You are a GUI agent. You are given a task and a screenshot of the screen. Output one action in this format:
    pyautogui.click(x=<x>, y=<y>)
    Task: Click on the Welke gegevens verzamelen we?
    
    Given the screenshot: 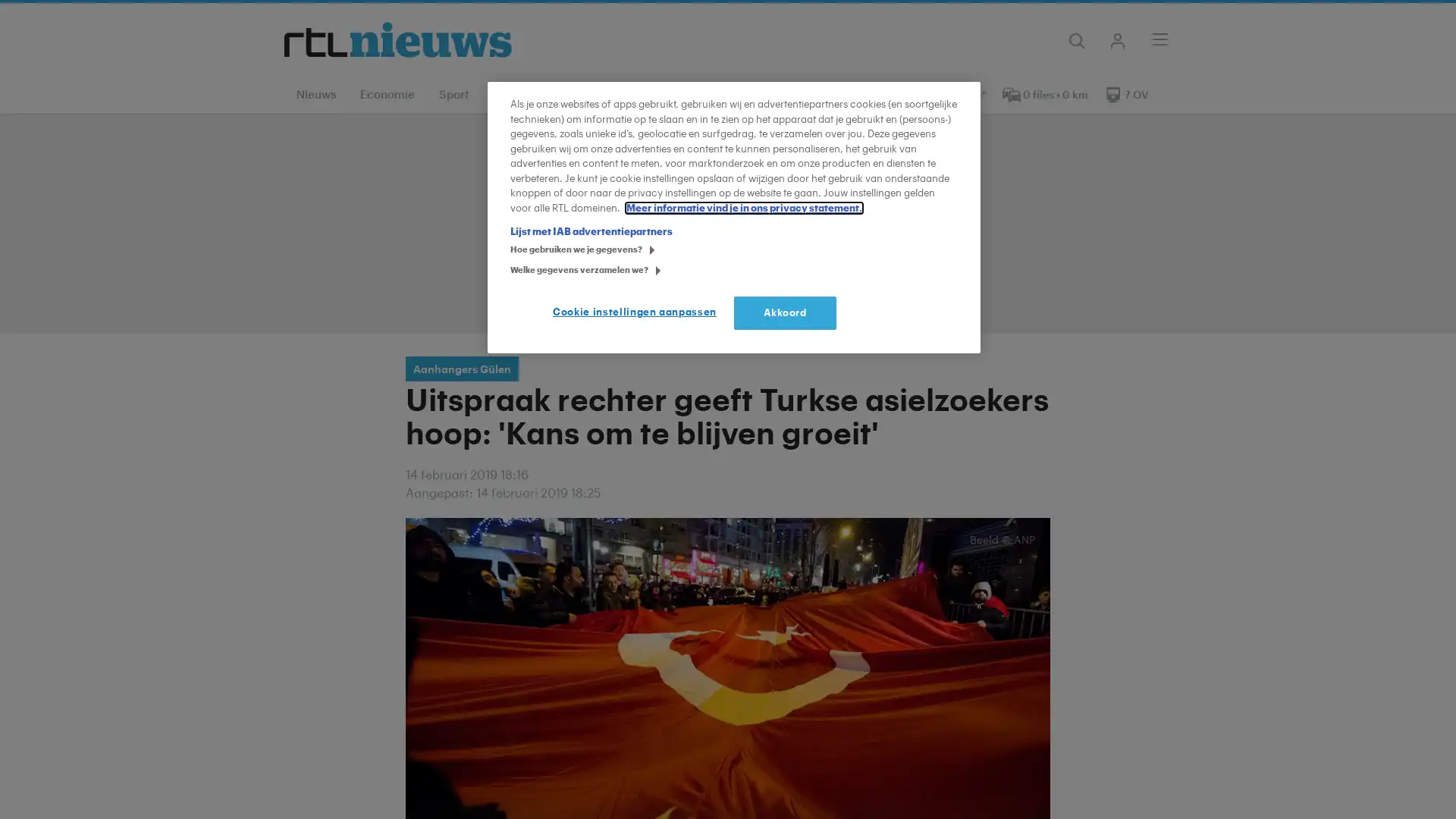 What is the action you would take?
    pyautogui.click(x=515, y=271)
    